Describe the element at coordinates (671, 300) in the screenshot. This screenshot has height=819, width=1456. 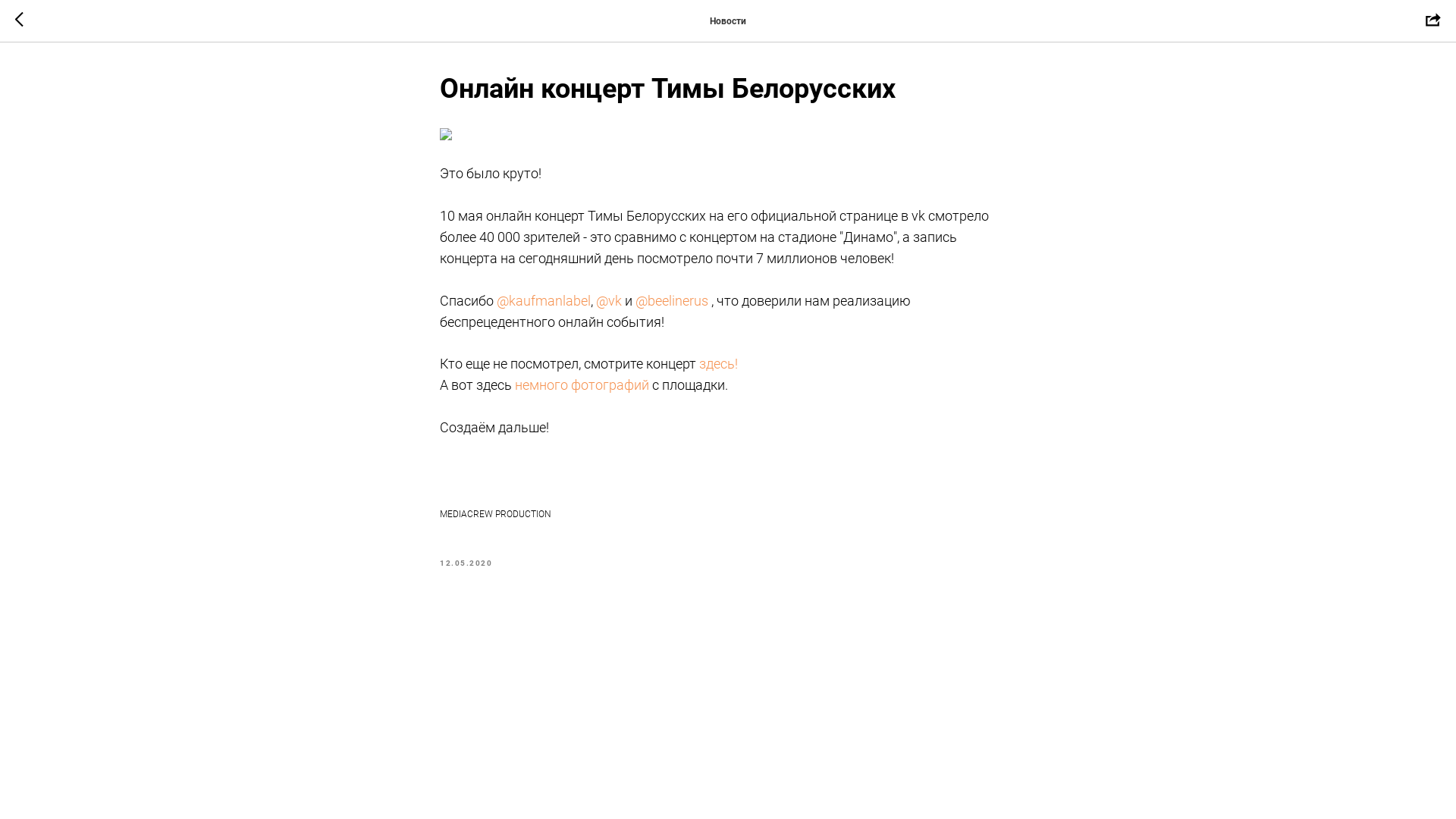
I see `'@beelinerus'` at that location.